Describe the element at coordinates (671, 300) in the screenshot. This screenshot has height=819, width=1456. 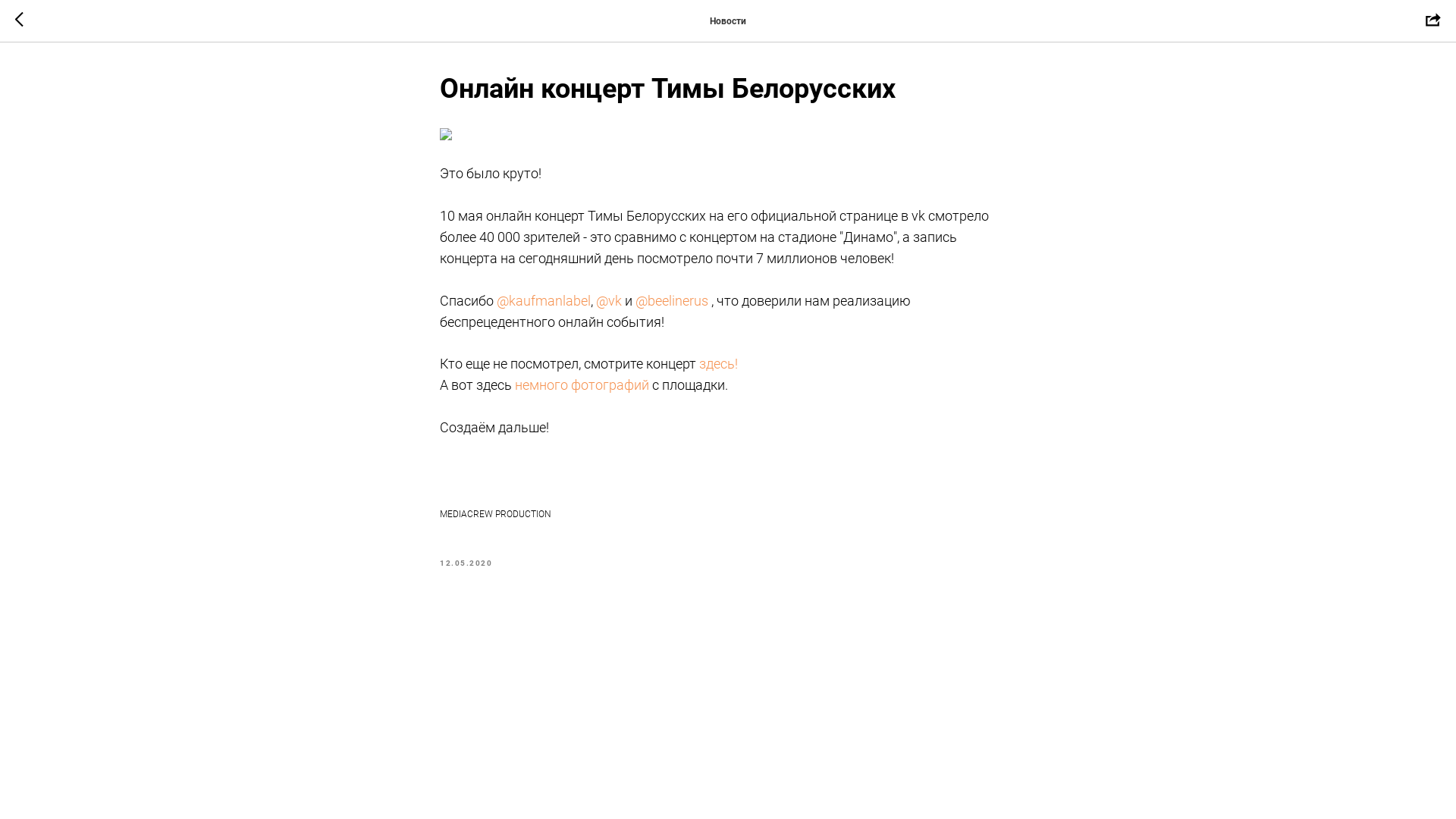
I see `'@beelinerus'` at that location.